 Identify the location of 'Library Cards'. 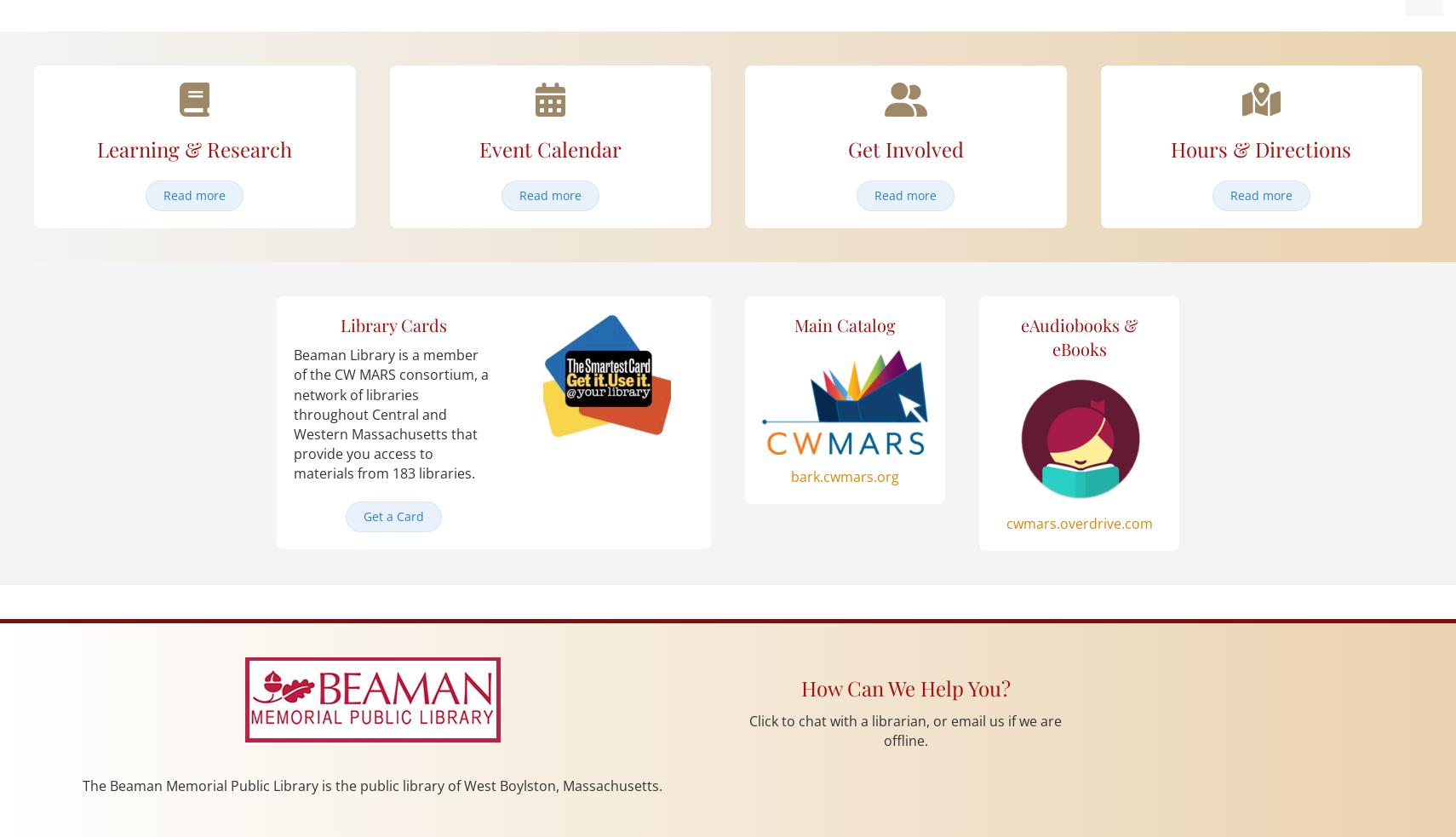
(393, 324).